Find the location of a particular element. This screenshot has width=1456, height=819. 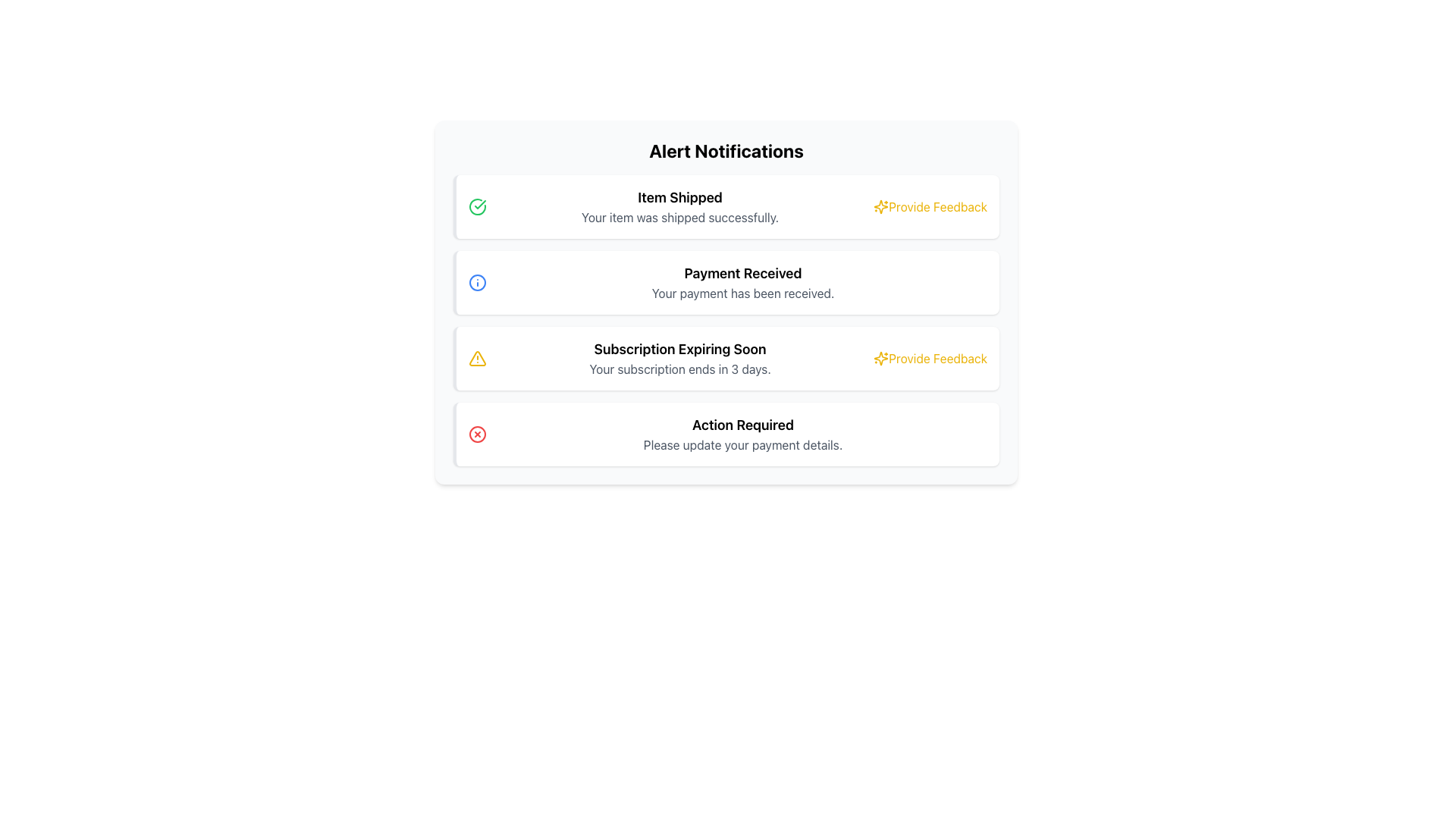

the sparkling star-shaped icon in orange-yellow color located before the 'Provide Feedback' text in the 'Item Shipped' notification card is located at coordinates (881, 207).